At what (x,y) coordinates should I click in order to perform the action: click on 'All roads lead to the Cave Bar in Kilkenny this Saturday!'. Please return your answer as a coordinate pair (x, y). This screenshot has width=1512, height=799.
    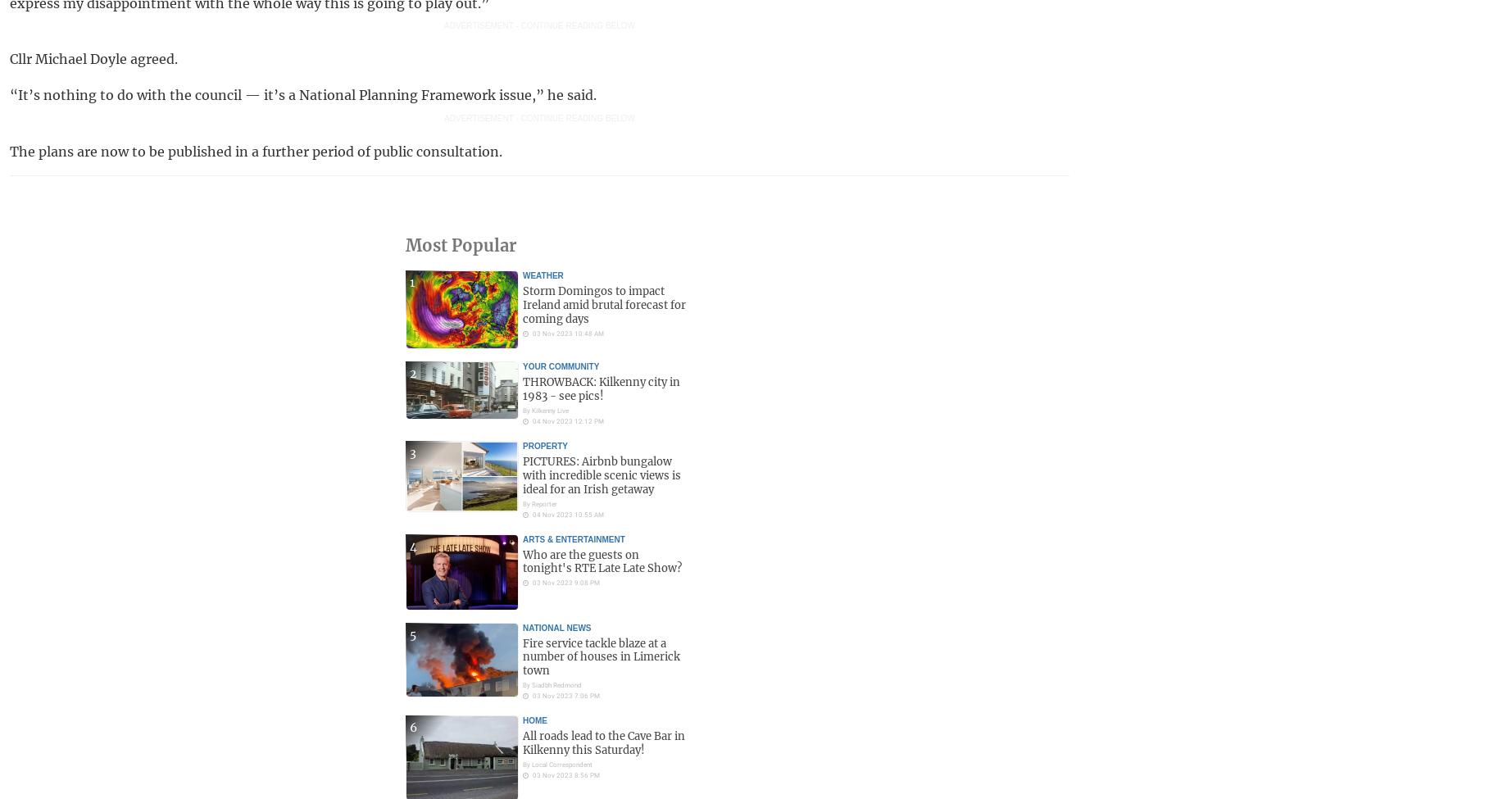
    Looking at the image, I should click on (523, 742).